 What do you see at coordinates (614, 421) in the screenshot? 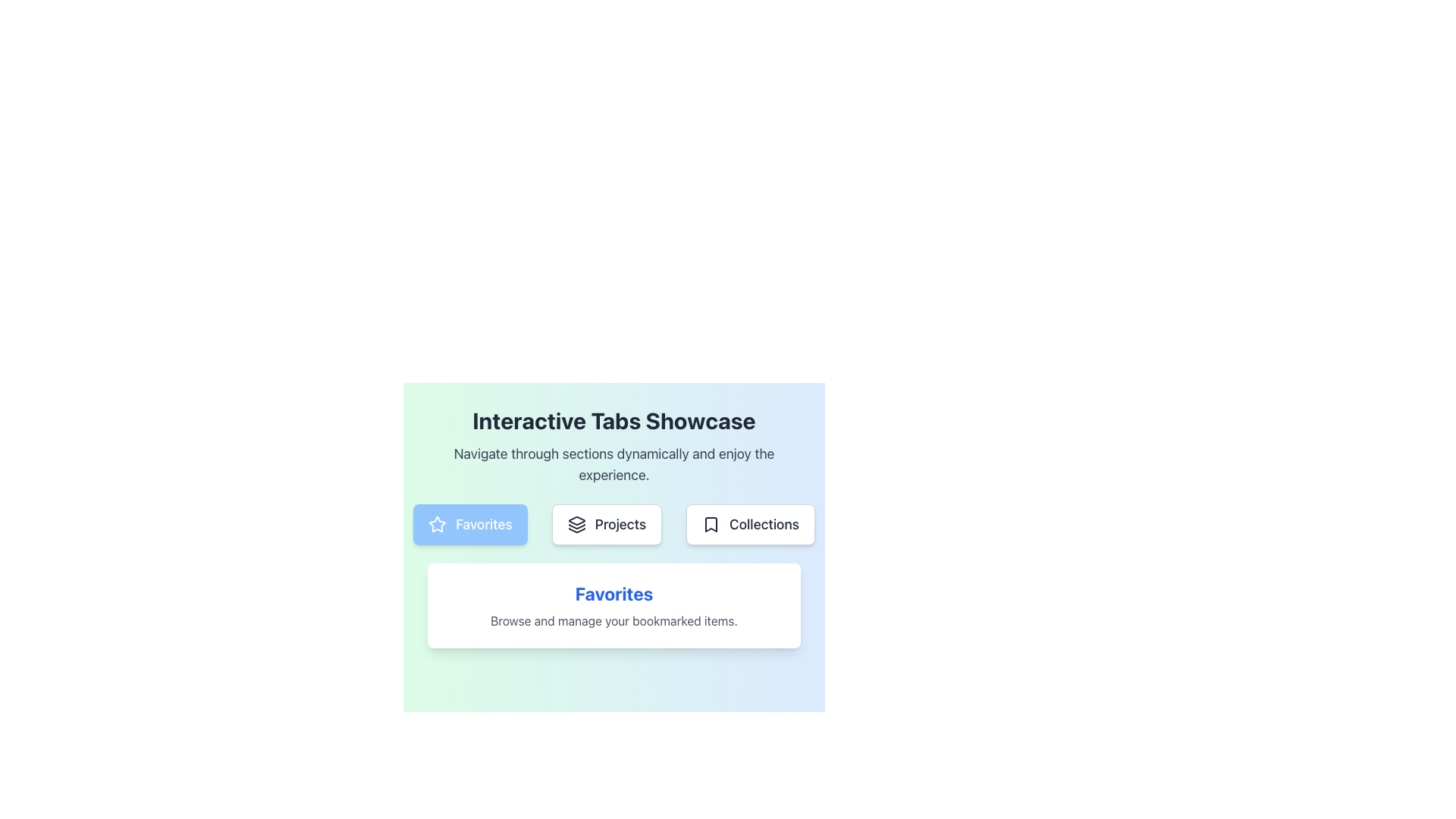
I see `the large, bold title text that reads 'Interactive Tabs Showcase', which is centered at the top of the section` at bounding box center [614, 421].